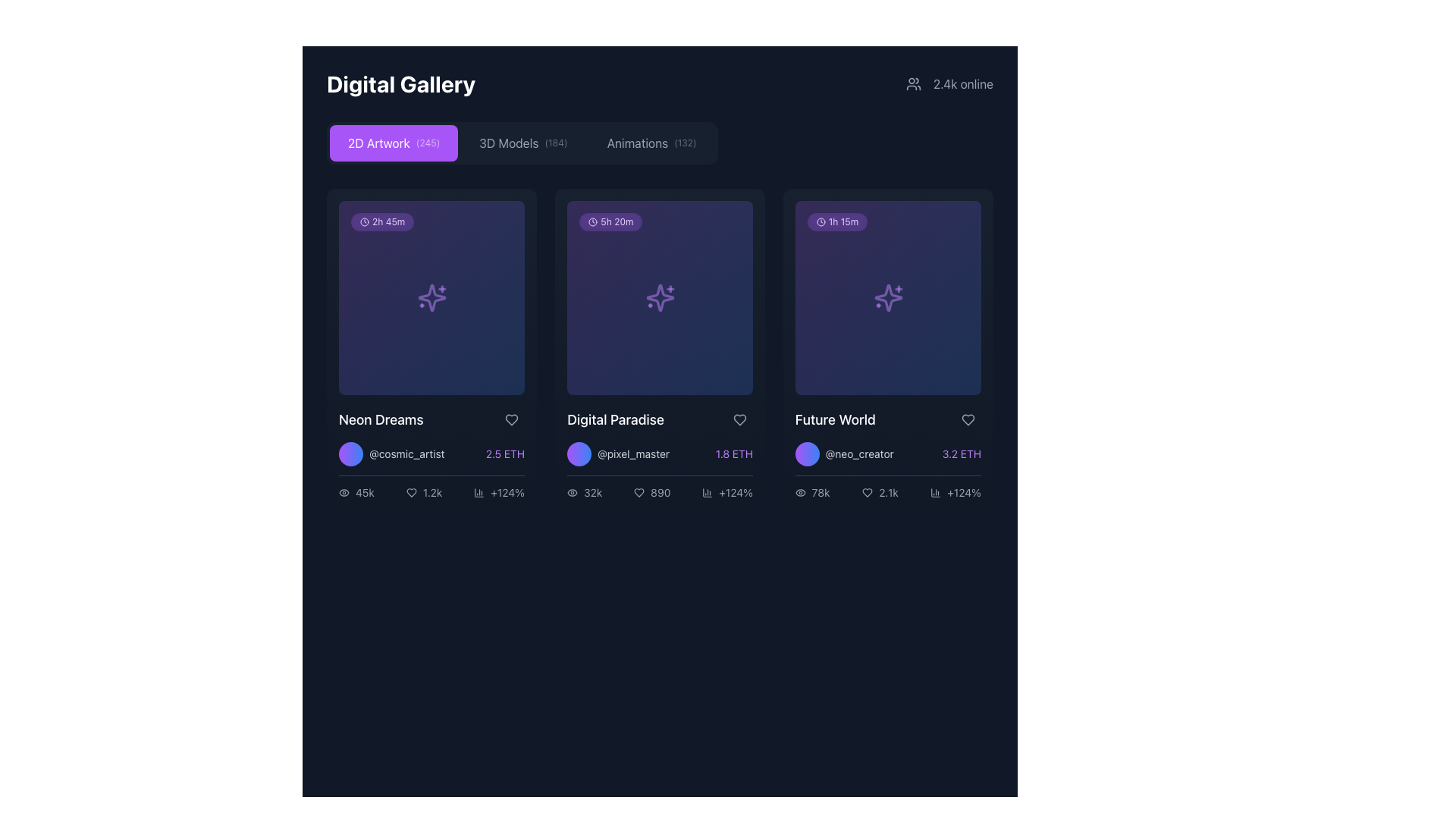 The height and width of the screenshot is (819, 1456). I want to click on the clock icon located to the left of the time text '2h 45m' in the top-left corner of the artwork card labeled 'Neon Dreams', so click(364, 222).